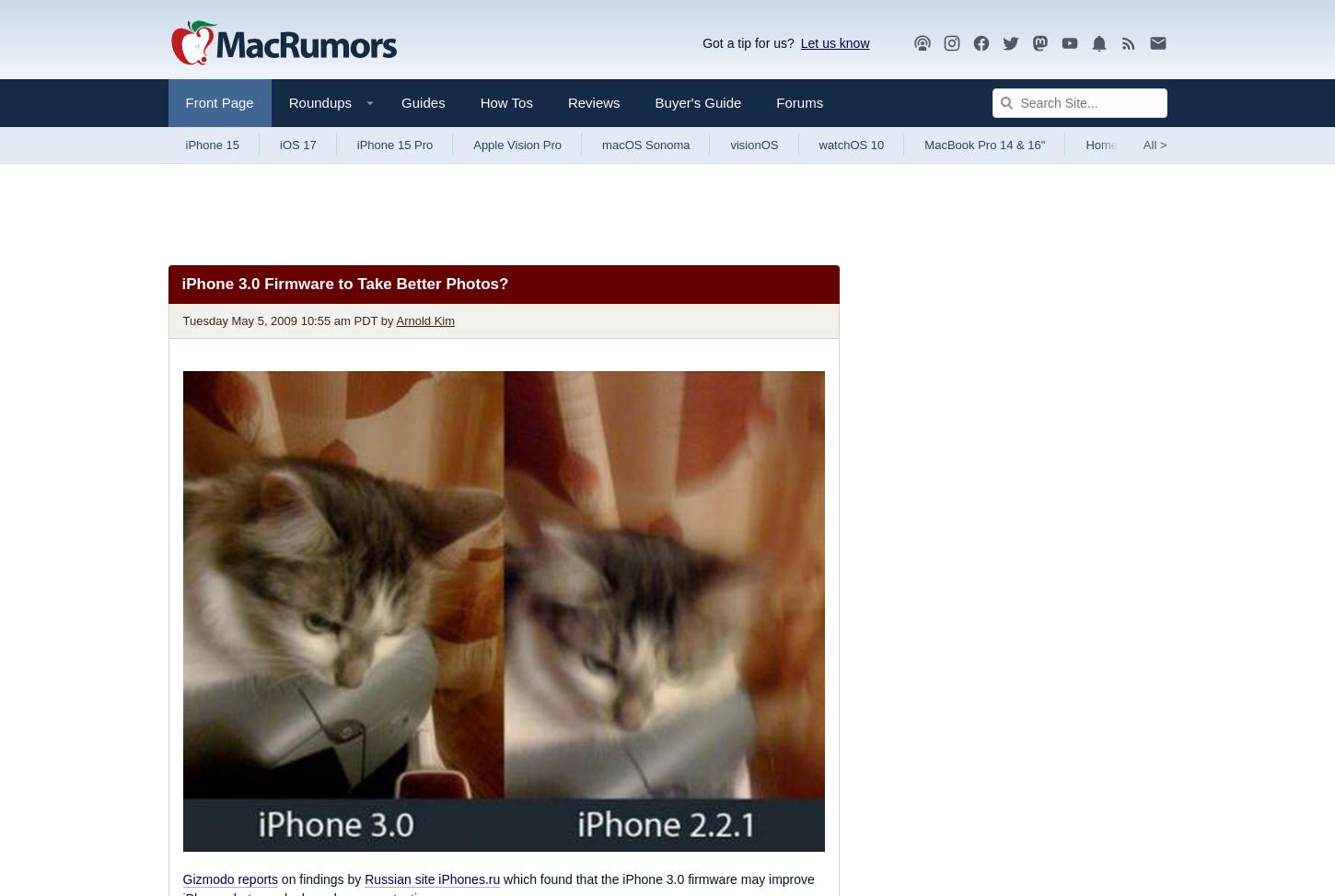 This screenshot has width=1335, height=896. I want to click on 'Front Page', so click(183, 100).